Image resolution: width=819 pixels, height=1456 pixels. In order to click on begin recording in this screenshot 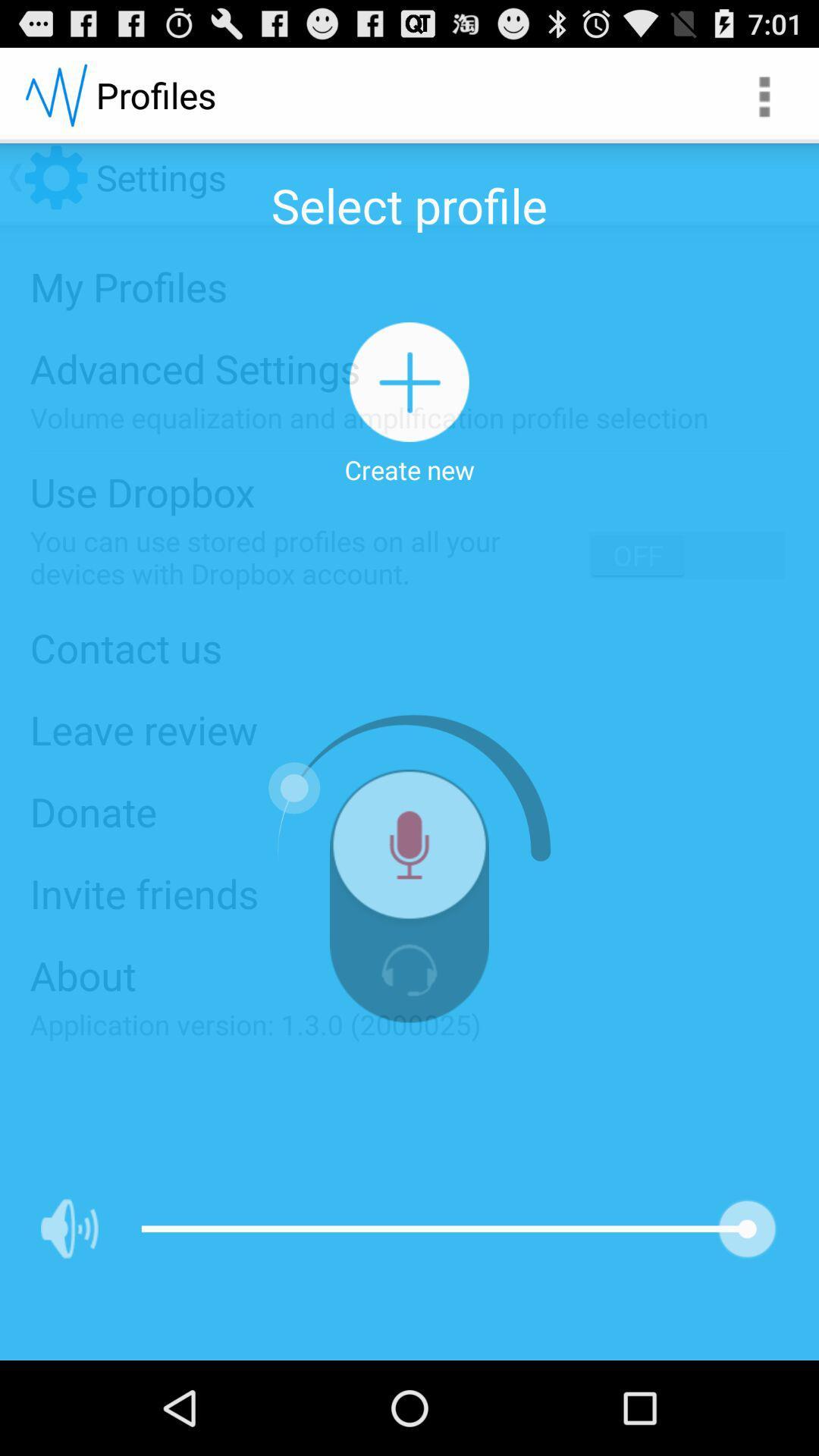, I will do `click(409, 851)`.